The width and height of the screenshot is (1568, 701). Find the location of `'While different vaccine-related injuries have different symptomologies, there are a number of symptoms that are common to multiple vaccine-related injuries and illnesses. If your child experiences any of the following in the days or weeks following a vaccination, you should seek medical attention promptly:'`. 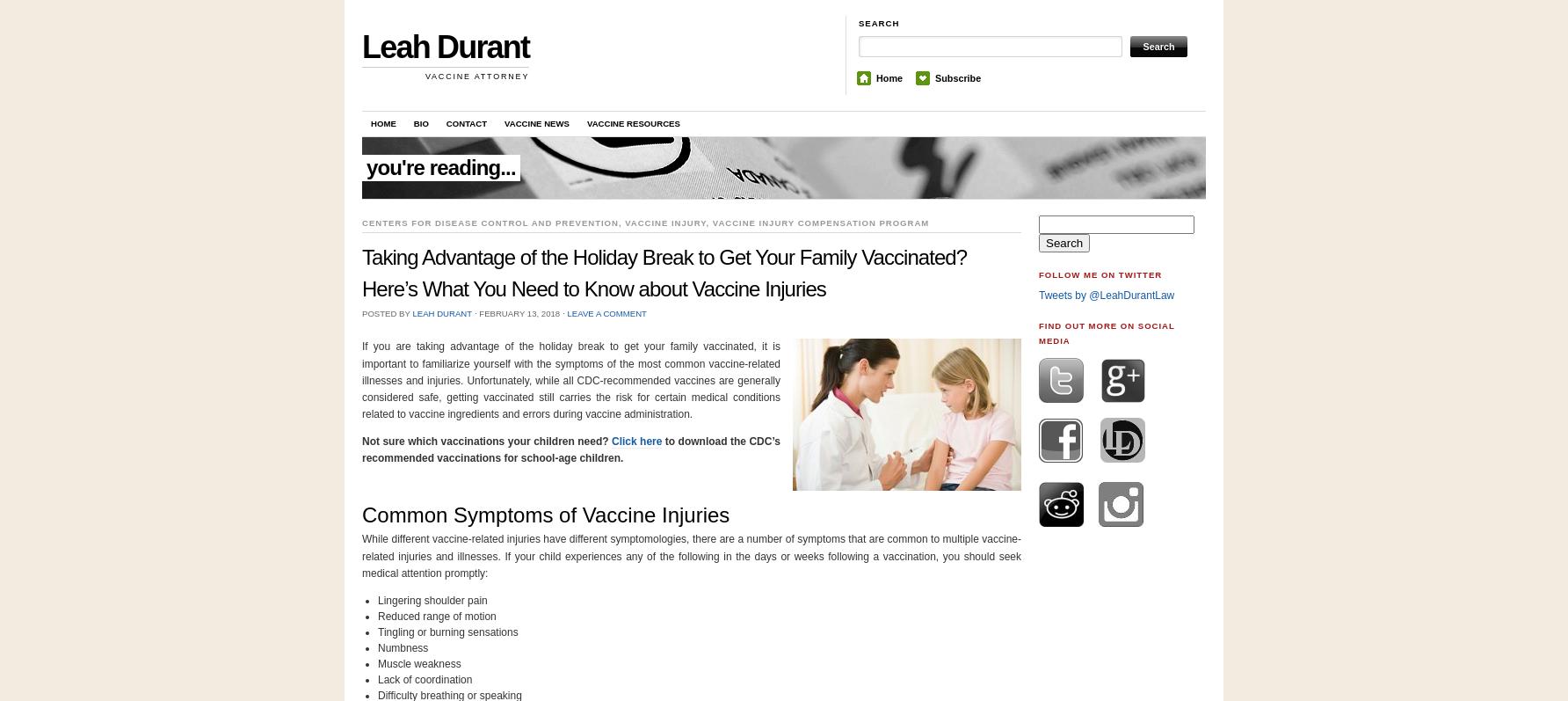

'While different vaccine-related injuries have different symptomologies, there are a number of symptoms that are common to multiple vaccine-related injuries and illnesses. If your child experiences any of the following in the days or weeks following a vaccination, you should seek medical attention promptly:' is located at coordinates (690, 555).